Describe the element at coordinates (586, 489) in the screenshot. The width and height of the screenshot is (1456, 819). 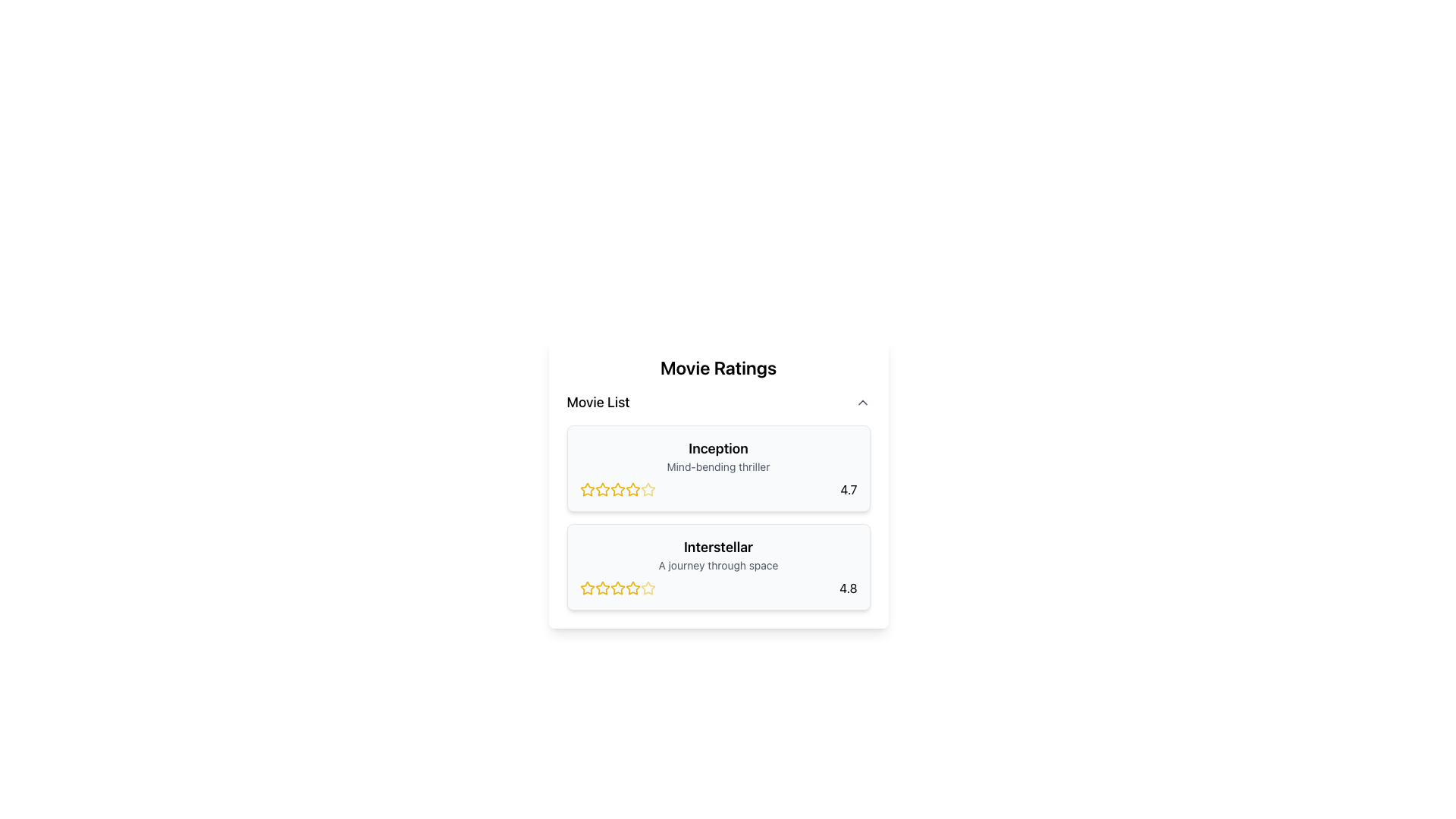
I see `the yellow star-shaped icon for rating located beneath the movie title 'Inception' in the first card of the 'Movie Ratings' section` at that location.